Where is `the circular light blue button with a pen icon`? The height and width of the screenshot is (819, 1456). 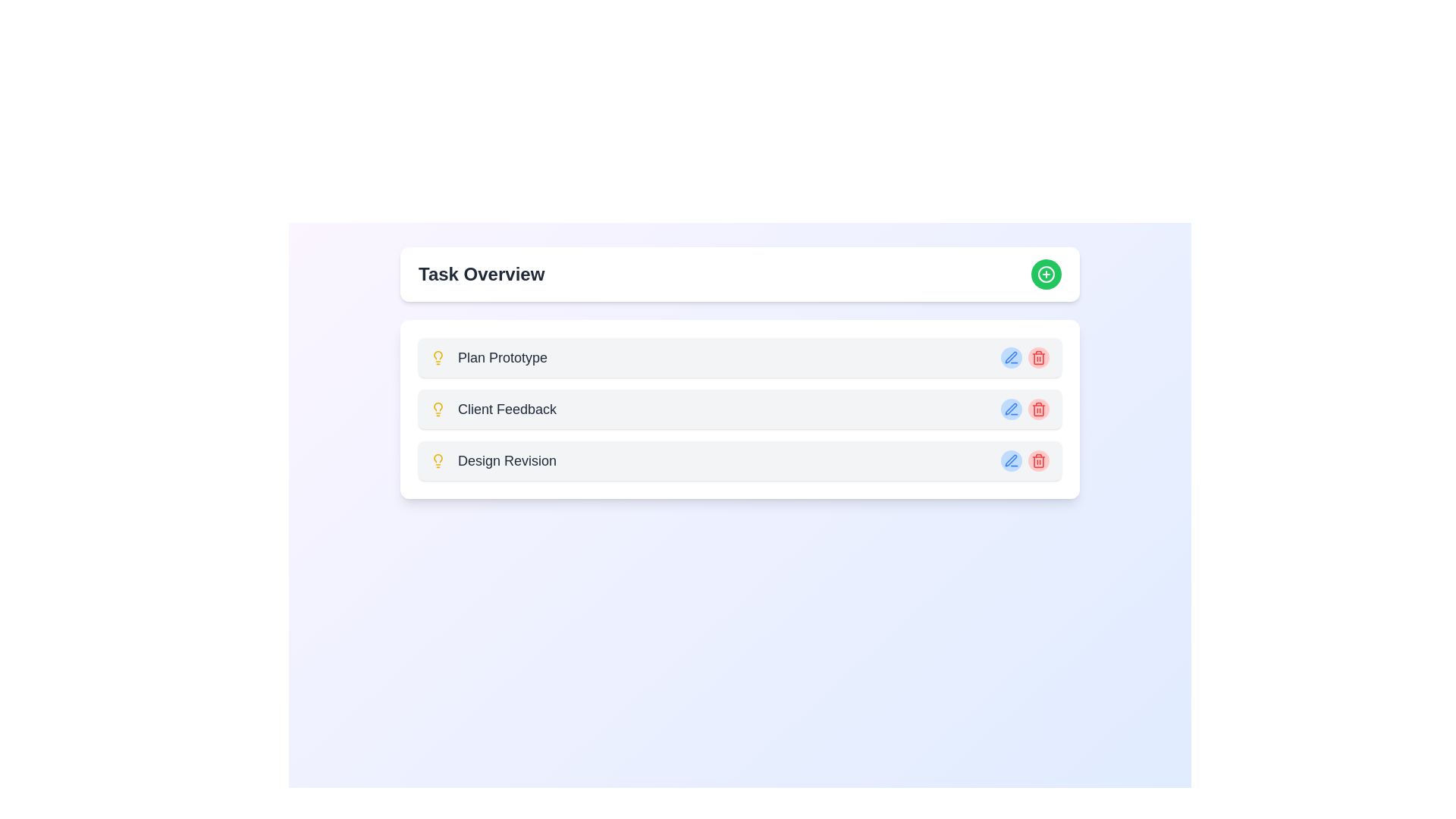
the circular light blue button with a pen icon is located at coordinates (1012, 357).